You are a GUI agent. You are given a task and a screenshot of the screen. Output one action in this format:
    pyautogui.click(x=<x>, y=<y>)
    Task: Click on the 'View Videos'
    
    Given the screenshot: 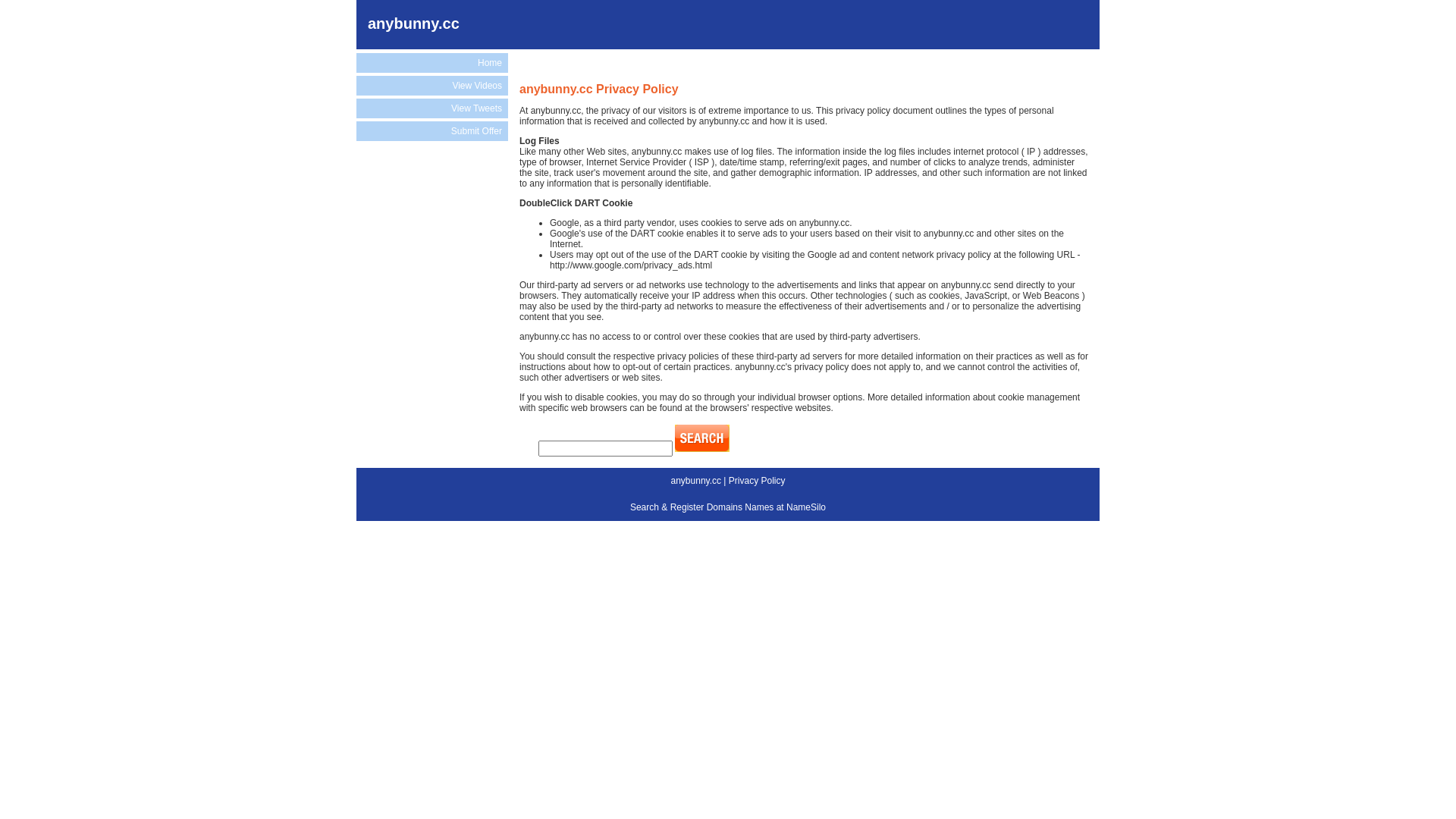 What is the action you would take?
    pyautogui.click(x=431, y=85)
    